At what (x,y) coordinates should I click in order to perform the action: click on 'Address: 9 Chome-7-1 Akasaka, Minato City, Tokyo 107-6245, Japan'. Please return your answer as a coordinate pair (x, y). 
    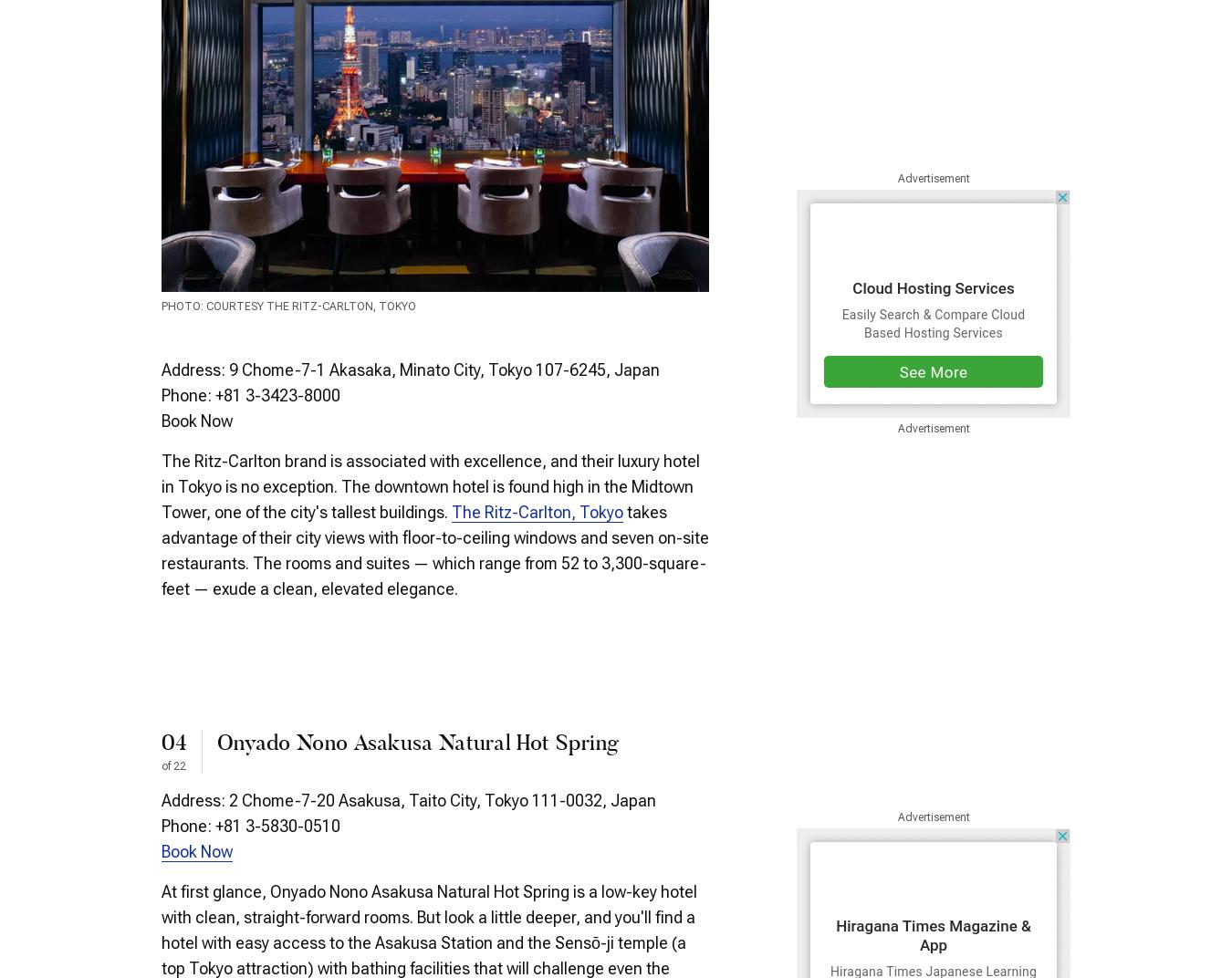
    Looking at the image, I should click on (410, 368).